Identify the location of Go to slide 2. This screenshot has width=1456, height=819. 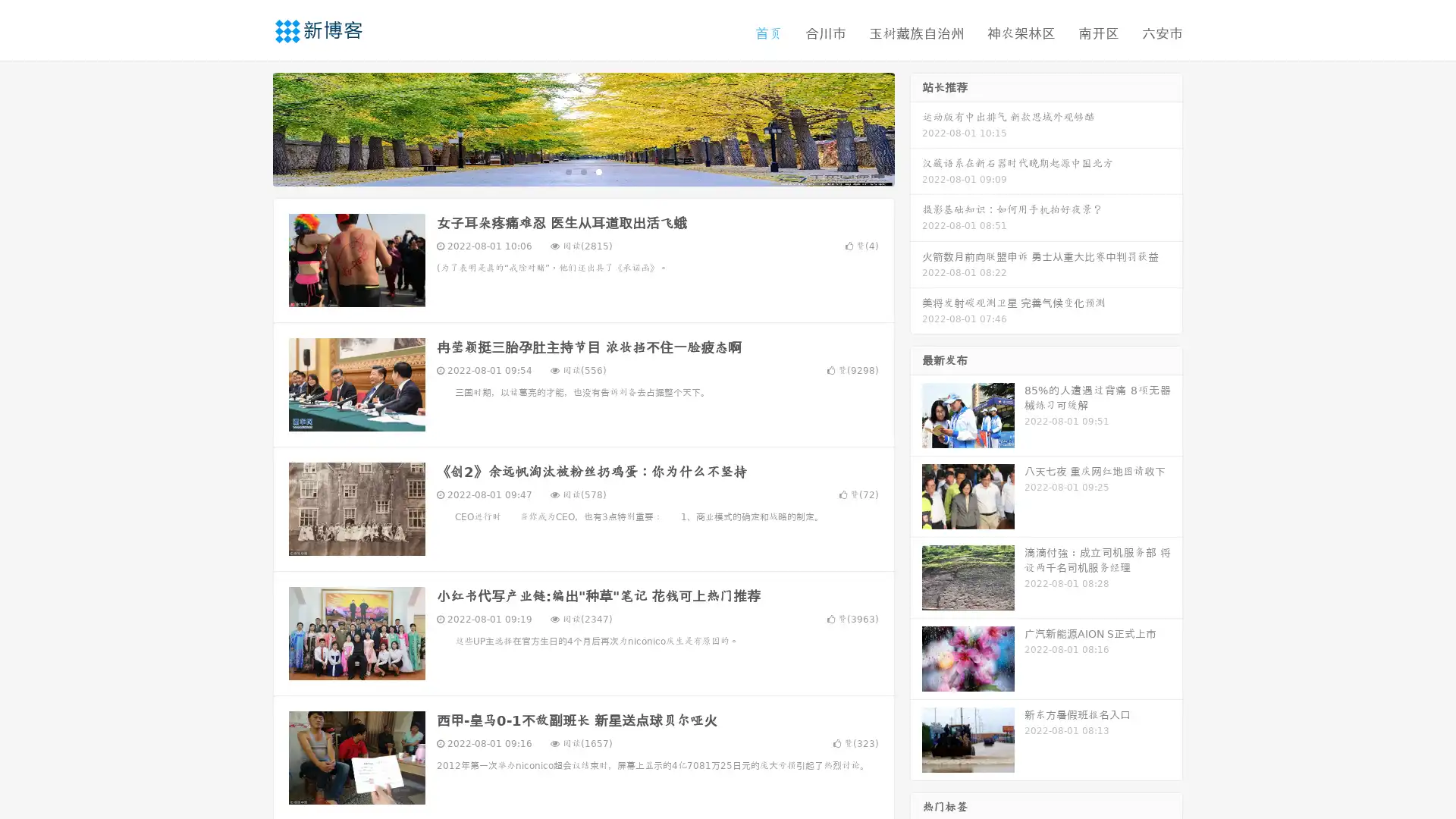
(582, 171).